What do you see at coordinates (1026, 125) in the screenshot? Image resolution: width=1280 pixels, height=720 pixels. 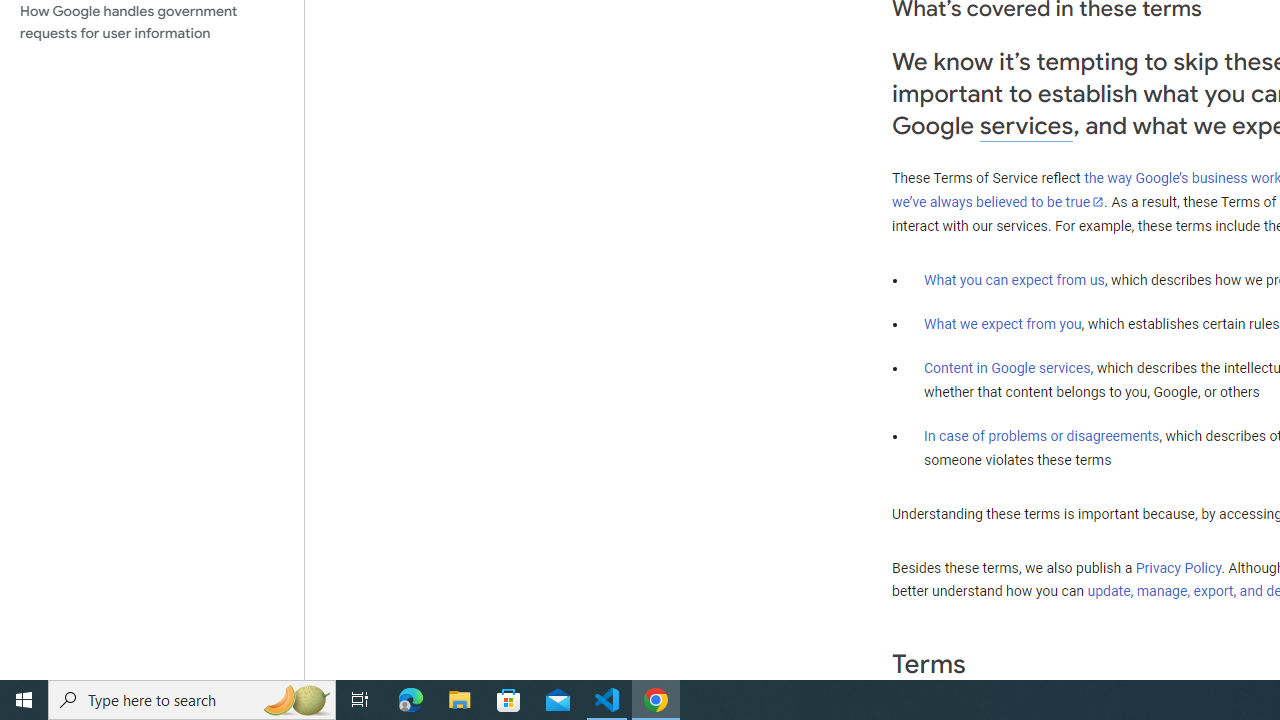 I see `'services'` at bounding box center [1026, 125].